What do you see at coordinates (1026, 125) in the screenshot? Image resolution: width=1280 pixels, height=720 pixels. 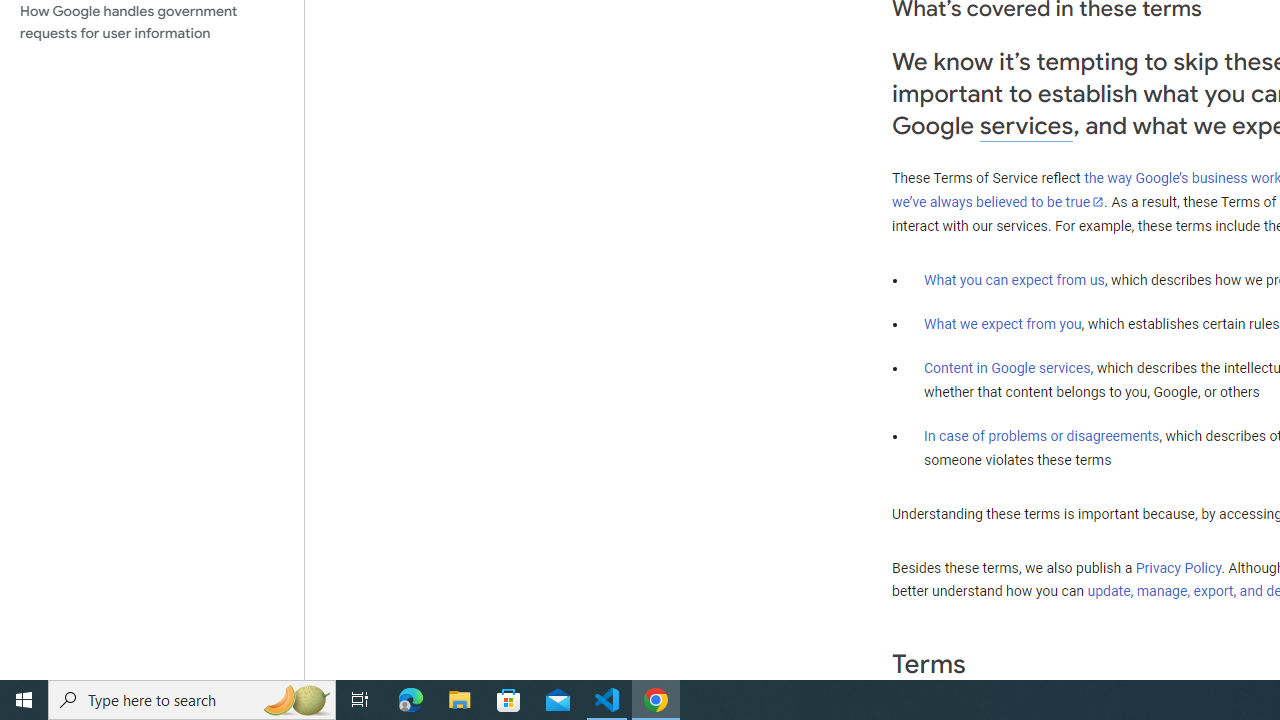 I see `'services'` at bounding box center [1026, 125].